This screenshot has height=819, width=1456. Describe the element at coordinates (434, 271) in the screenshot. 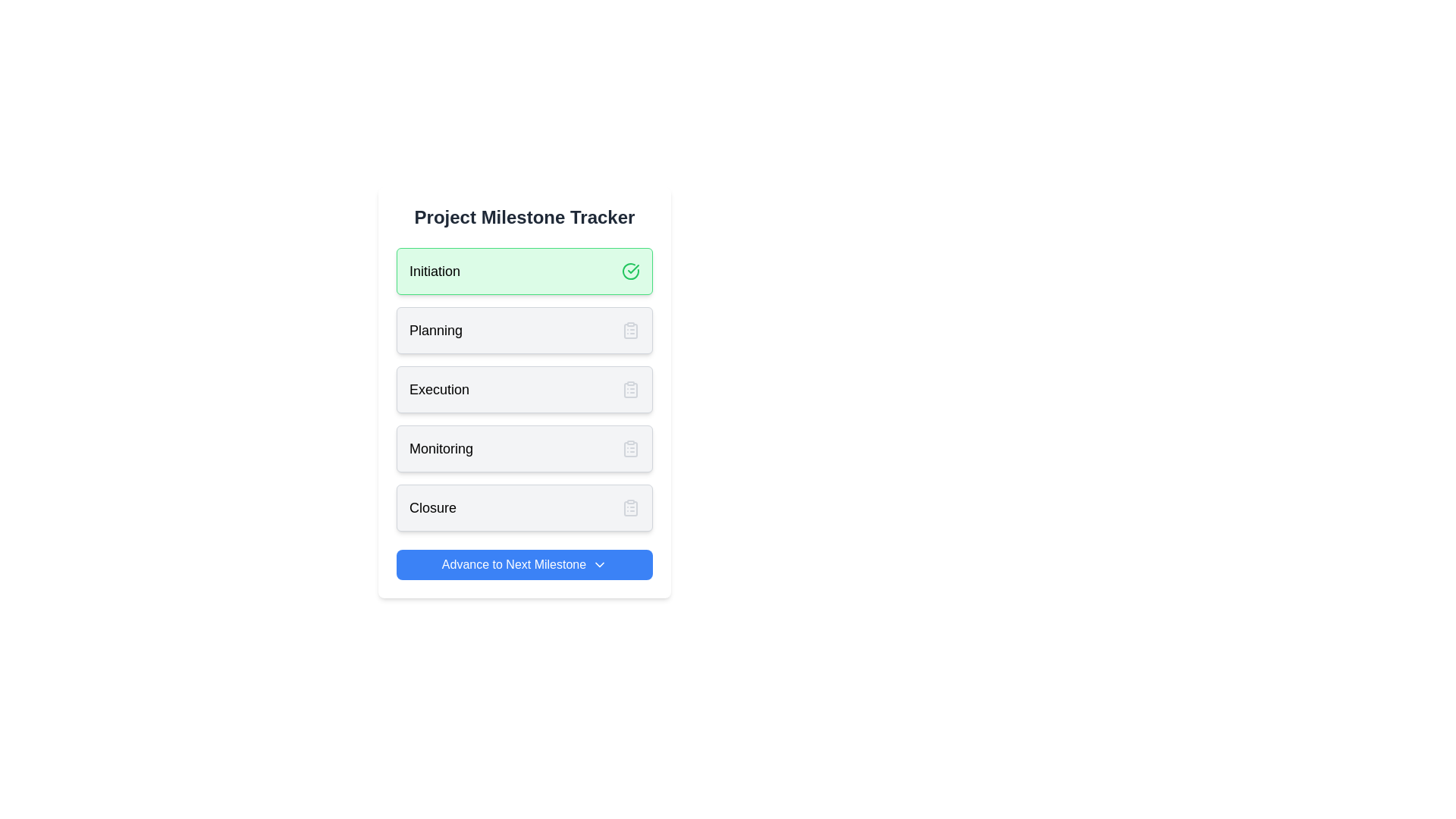

I see `the 'Initiation' text label, which is displayed in a bold font within a green rounded rectangle, to invoke the context menu` at that location.